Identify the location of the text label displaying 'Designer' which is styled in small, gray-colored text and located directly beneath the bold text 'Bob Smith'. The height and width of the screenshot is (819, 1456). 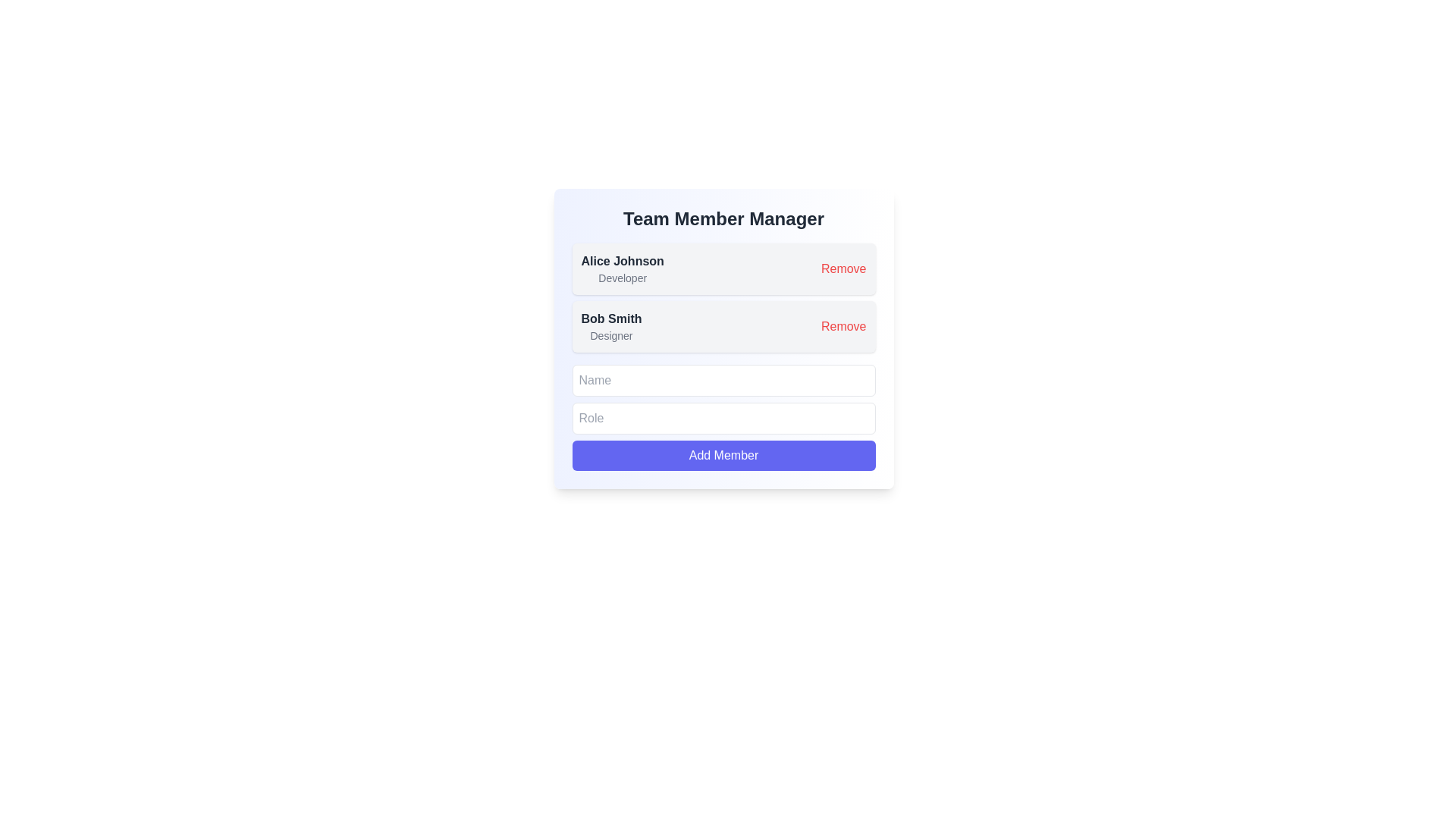
(611, 335).